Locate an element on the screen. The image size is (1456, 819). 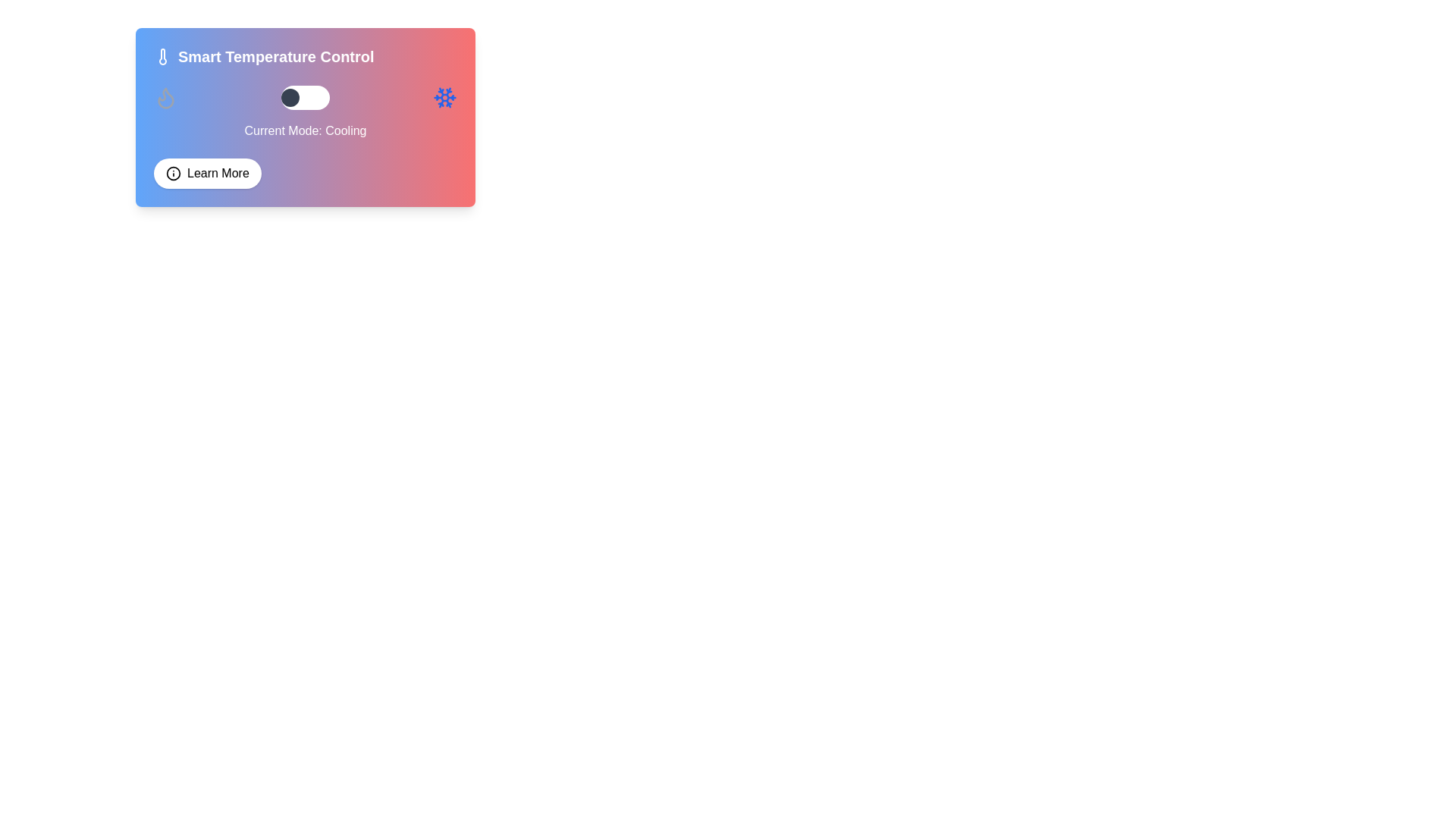
the thermometer icon that visually complements the title 'Smart Temperature Control', which is located to the left side of the heading text and aligned vertically with it is located at coordinates (163, 55).